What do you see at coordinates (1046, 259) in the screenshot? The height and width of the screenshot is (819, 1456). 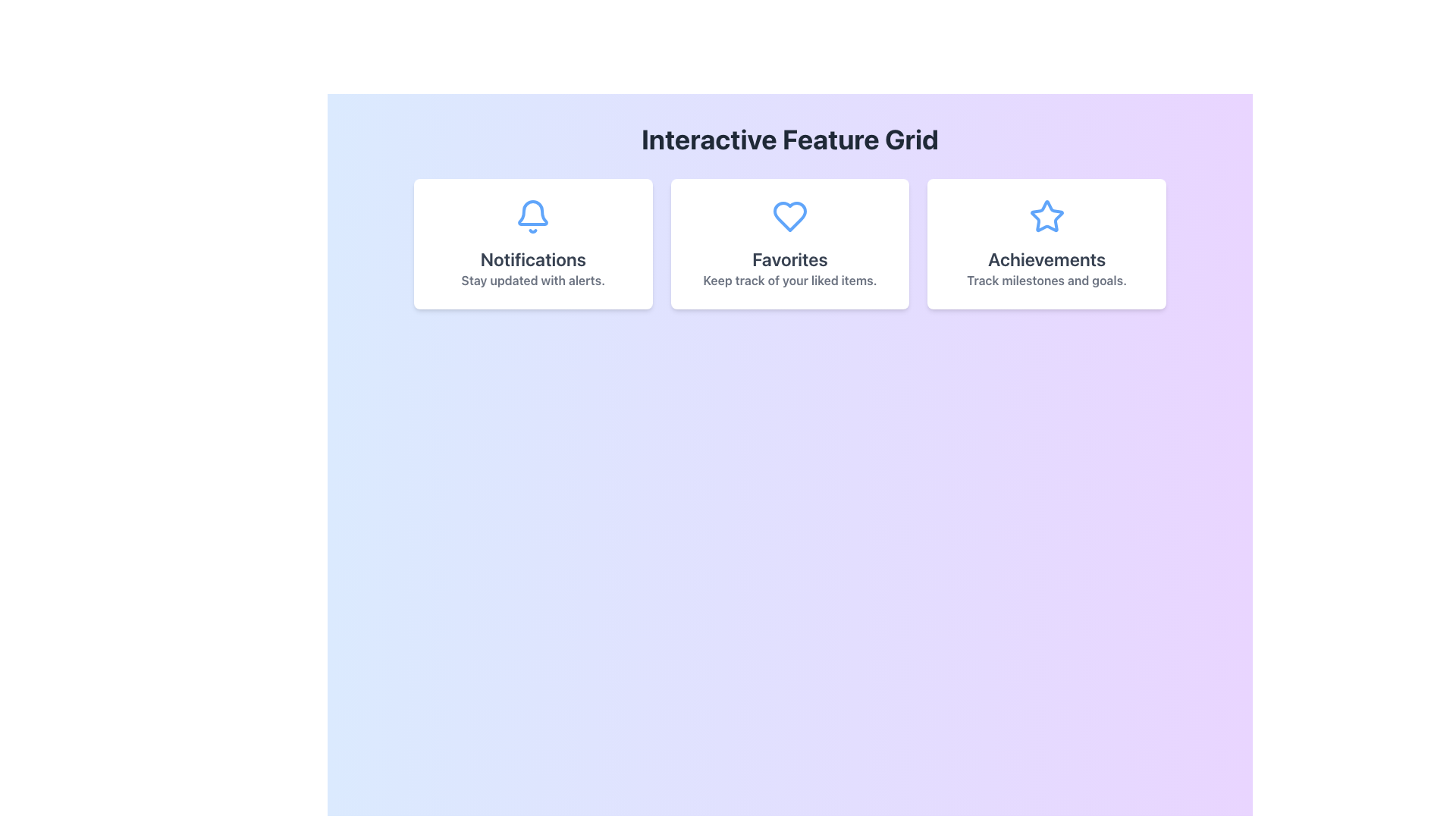 I see `the text label displaying 'Achievements', which is bold, large, and gray, prominently styled as a heading in its section` at bounding box center [1046, 259].